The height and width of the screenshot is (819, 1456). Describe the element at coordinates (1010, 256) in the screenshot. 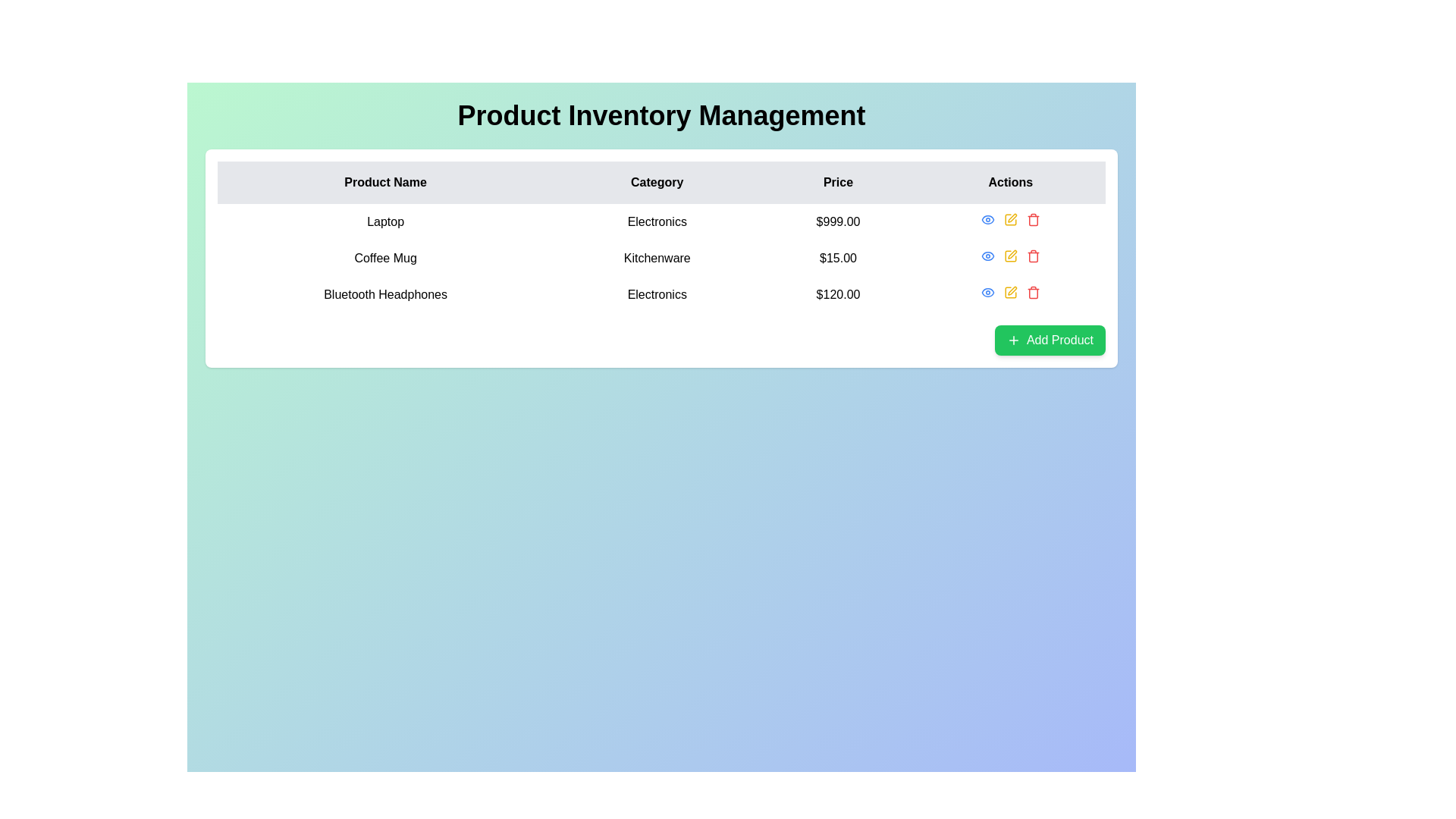

I see `the edit button located in the 'Actions' column of the table for the 'Coffee Mug' product, which is the second icon from the left in the action buttons group` at that location.